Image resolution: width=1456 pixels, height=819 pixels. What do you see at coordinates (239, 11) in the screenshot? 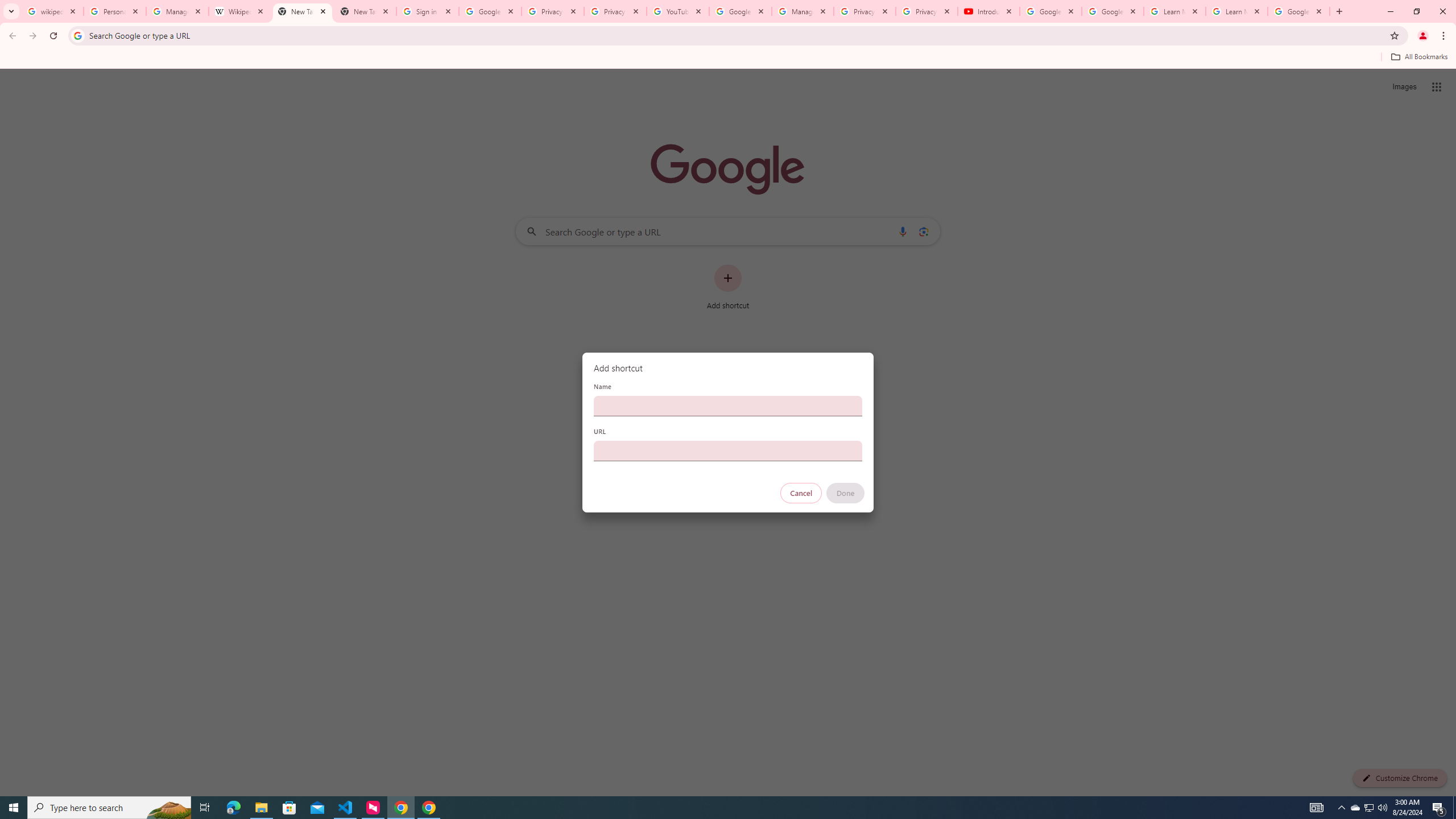
I see `'Wikipedia:Edit requests - Wikipedia'` at bounding box center [239, 11].